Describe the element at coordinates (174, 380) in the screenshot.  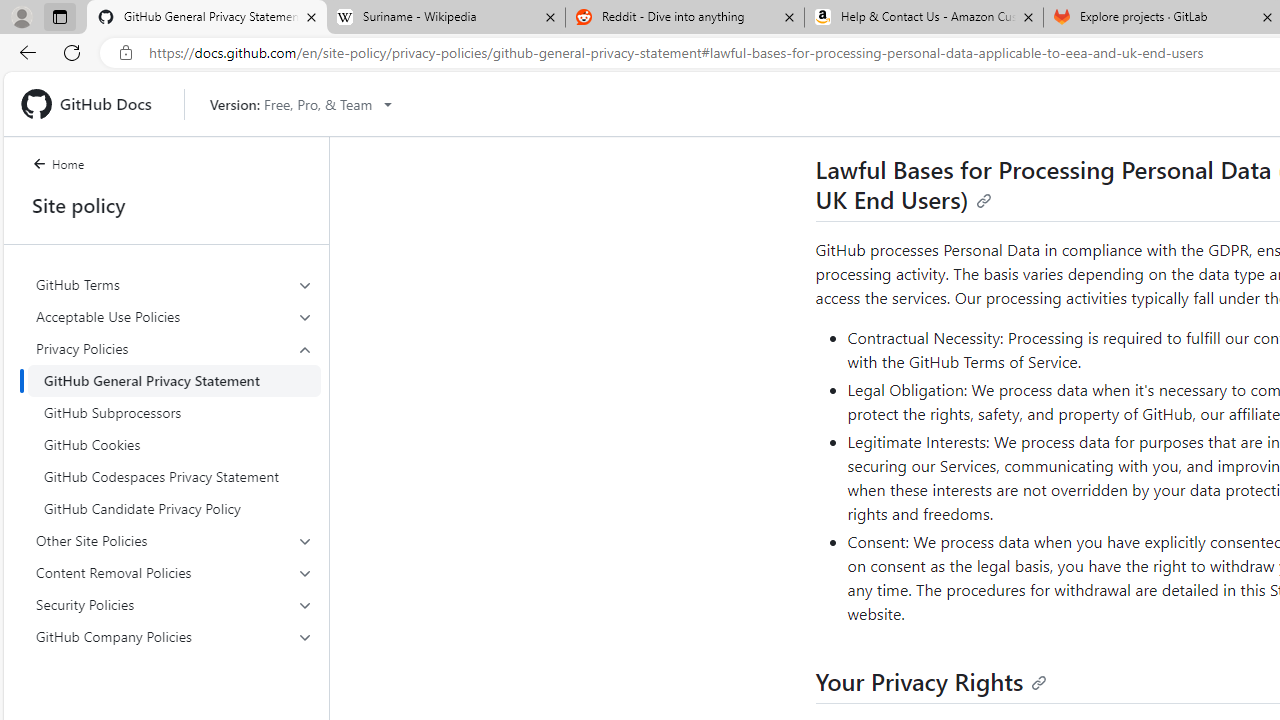
I see `'GitHub General Privacy Statement'` at that location.